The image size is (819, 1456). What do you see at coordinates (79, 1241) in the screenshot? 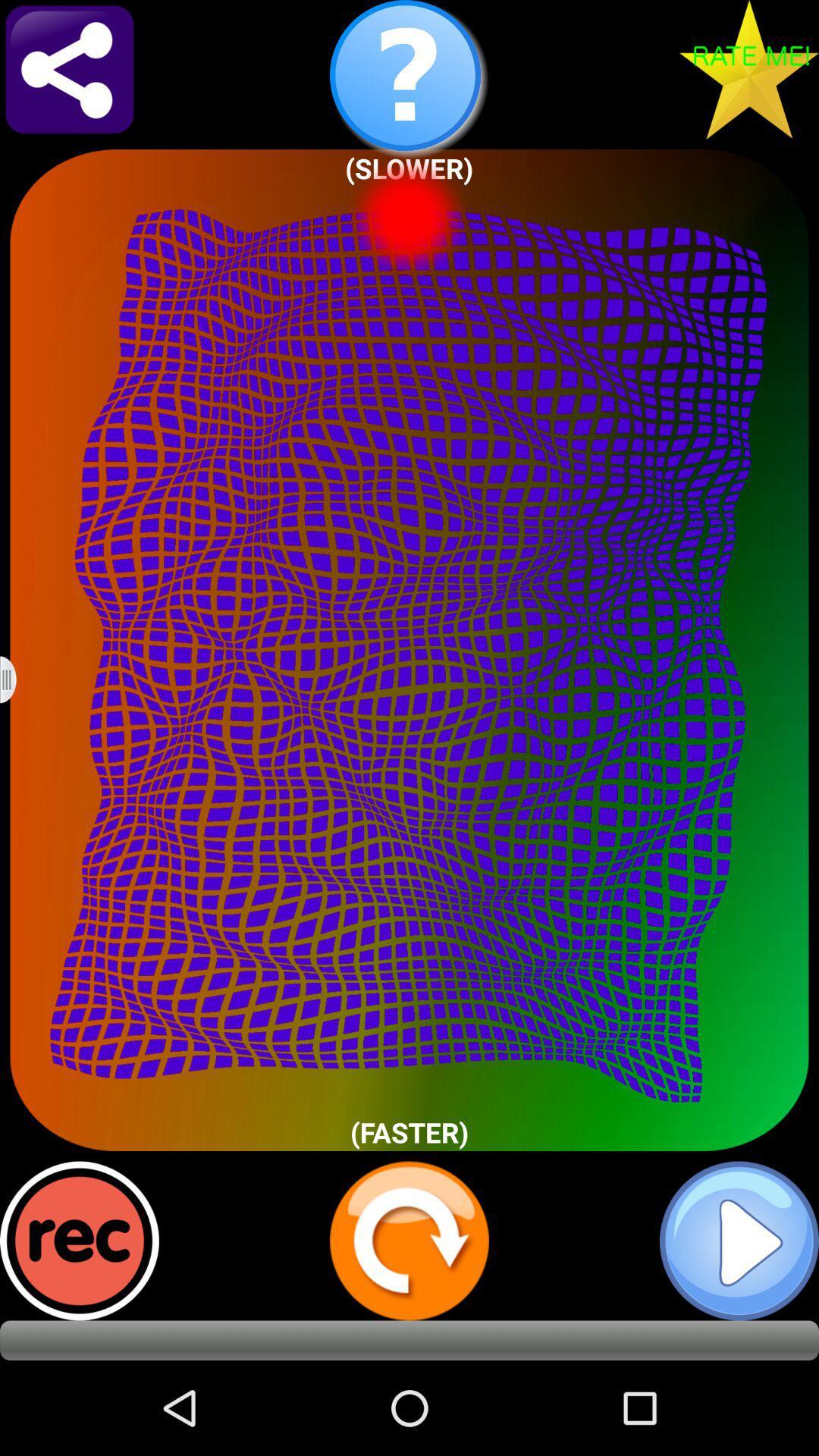
I see `record button` at bounding box center [79, 1241].